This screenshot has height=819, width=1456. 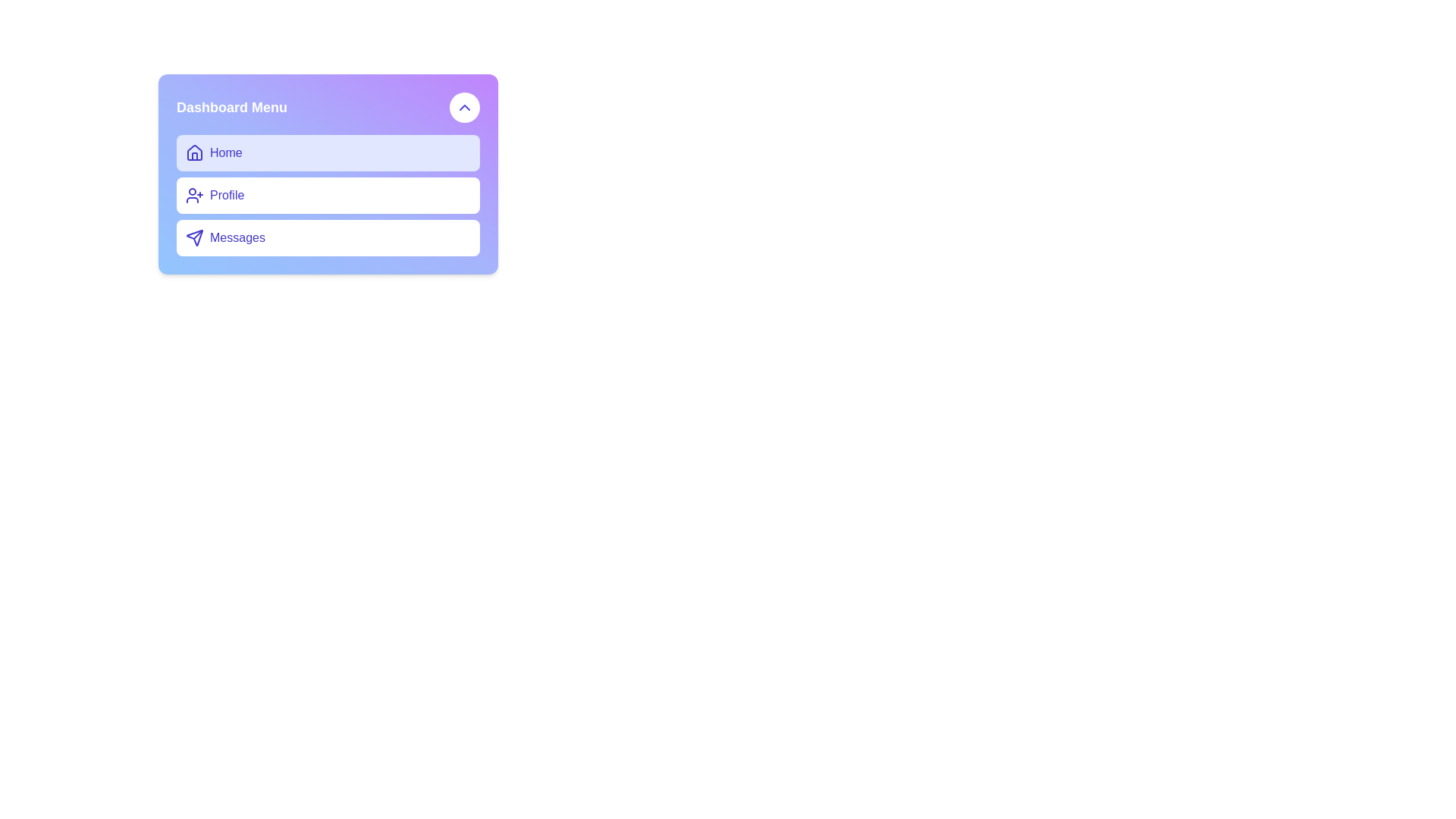 What do you see at coordinates (327, 174) in the screenshot?
I see `the 'Profile' button, which is the second button in a vertically stacked list of three components` at bounding box center [327, 174].